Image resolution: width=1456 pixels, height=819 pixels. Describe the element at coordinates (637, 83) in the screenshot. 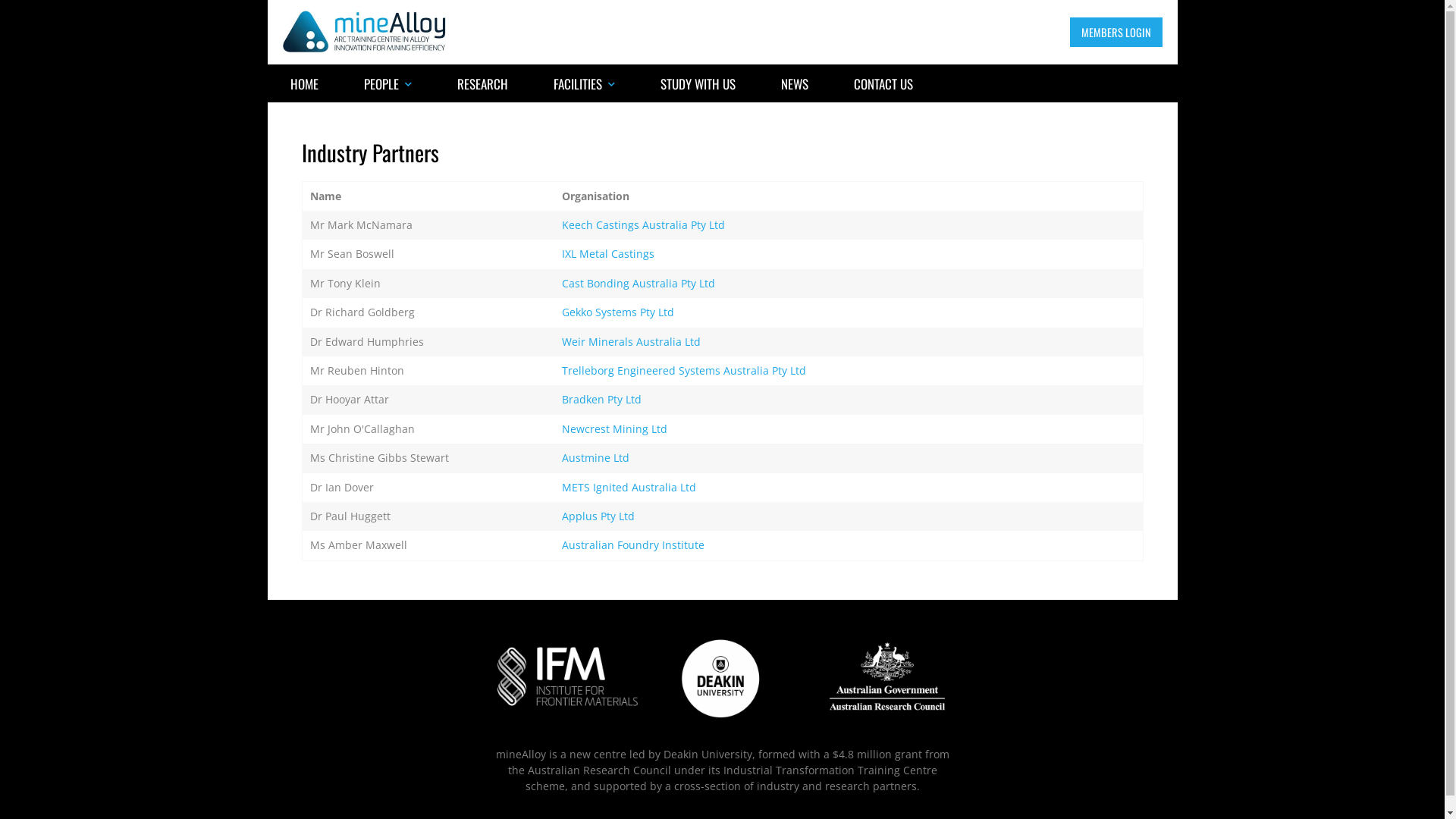

I see `'STUDY WITH US'` at that location.